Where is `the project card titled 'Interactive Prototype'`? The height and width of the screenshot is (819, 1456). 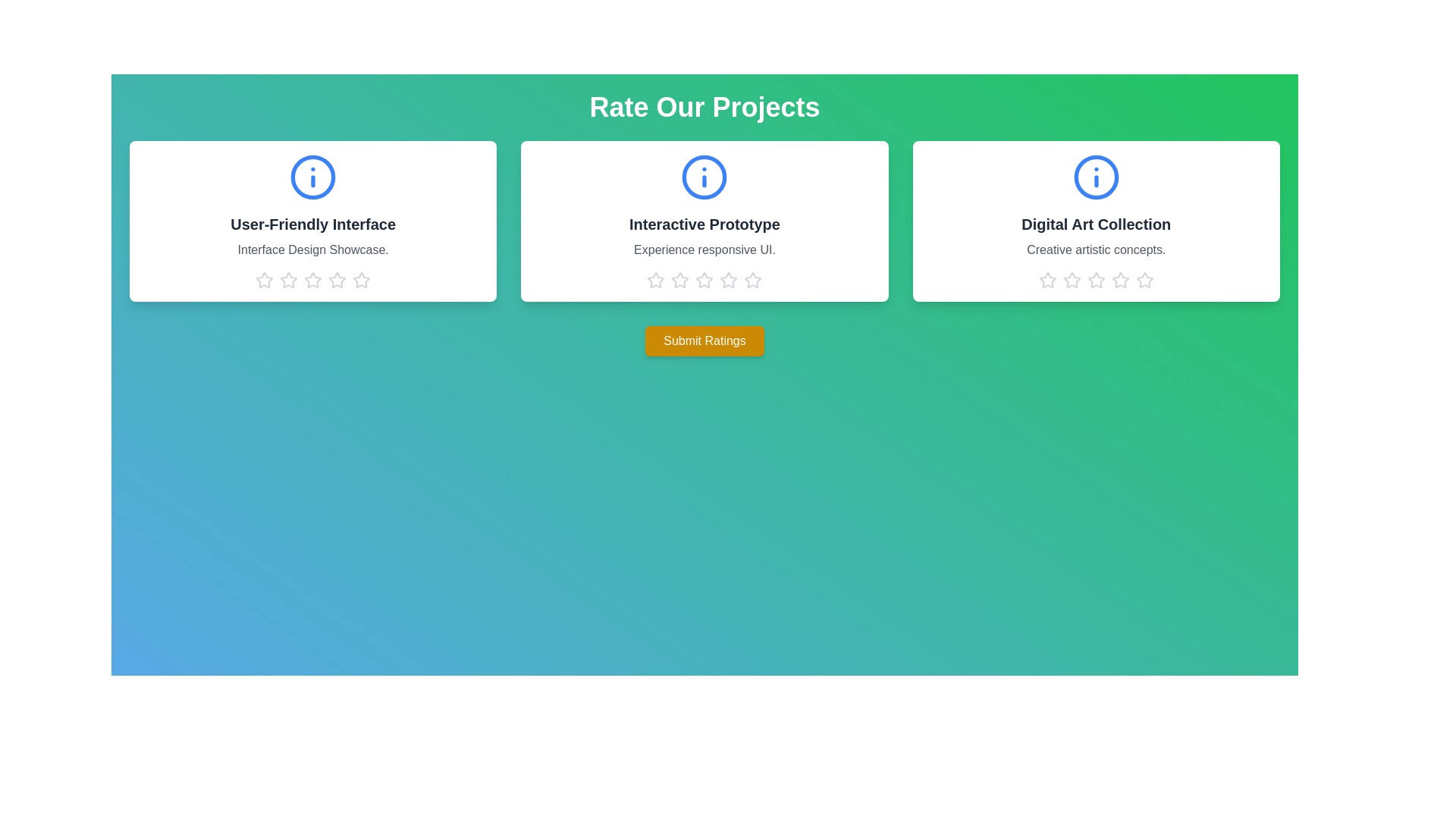 the project card titled 'Interactive Prototype' is located at coordinates (704, 221).